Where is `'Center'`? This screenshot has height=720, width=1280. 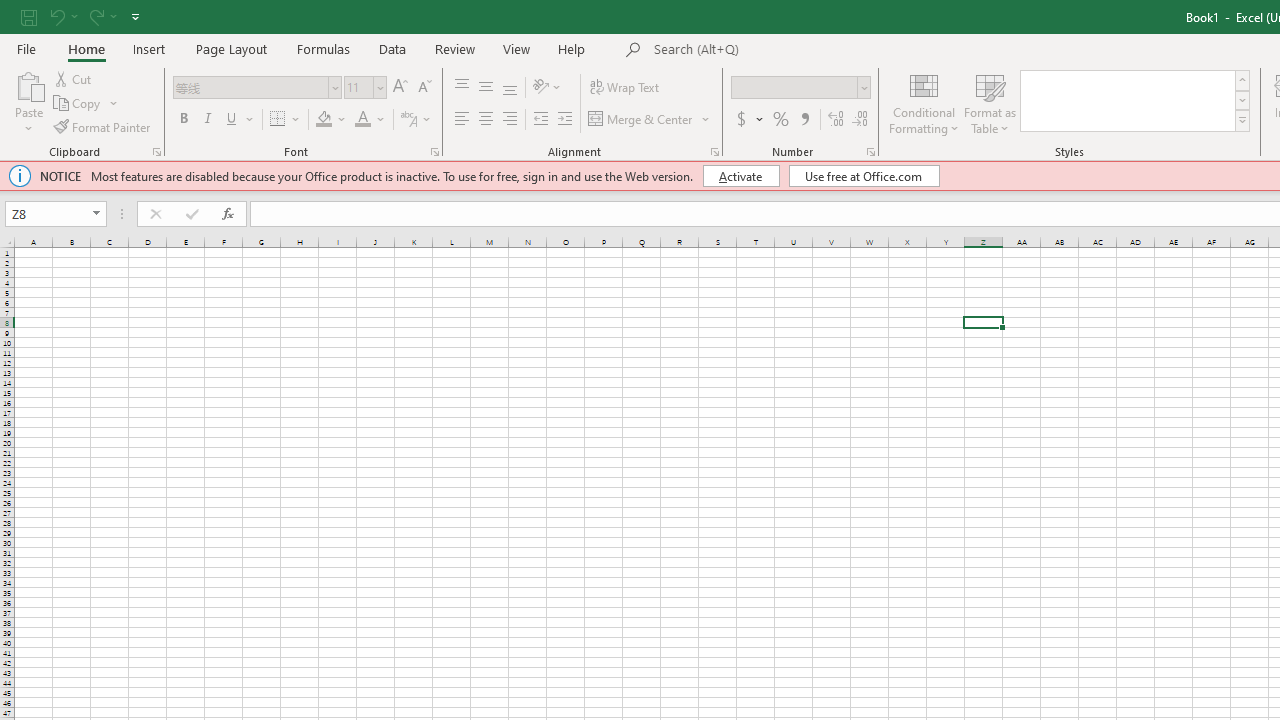
'Center' is located at coordinates (485, 119).